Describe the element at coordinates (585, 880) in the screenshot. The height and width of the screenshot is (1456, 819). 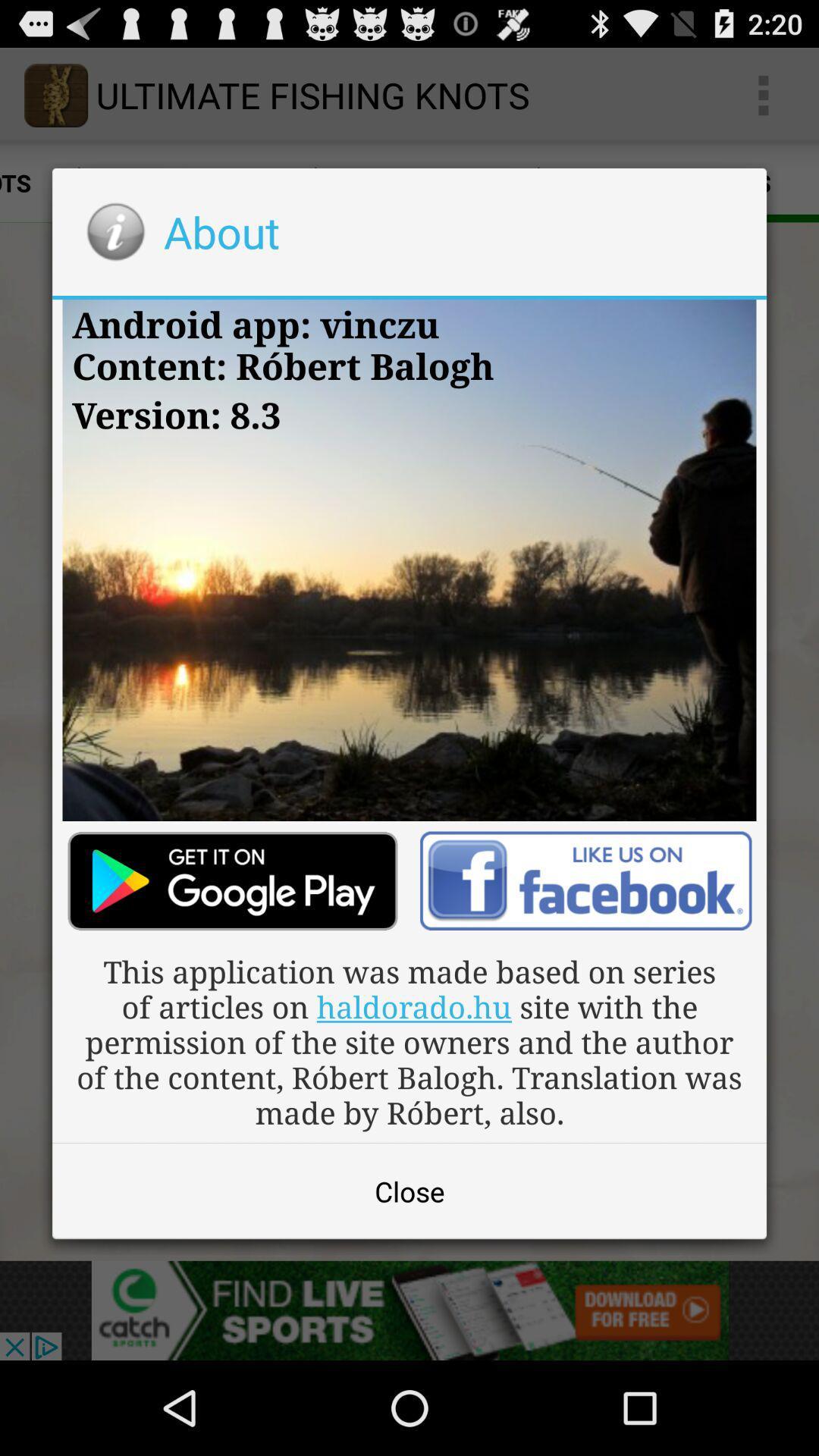
I see `the facebook` at that location.